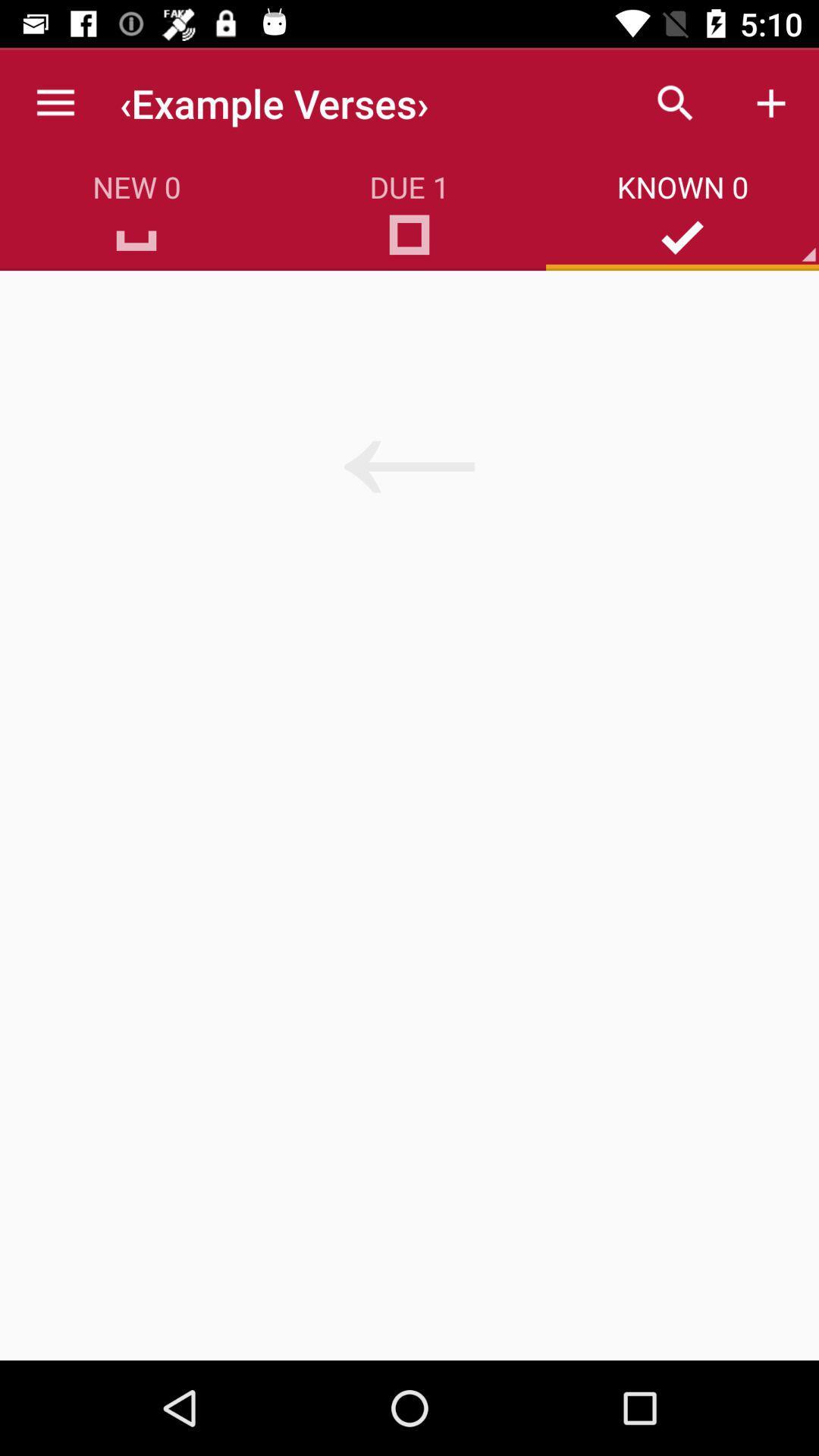  I want to click on the icon above known 0 item, so click(771, 102).